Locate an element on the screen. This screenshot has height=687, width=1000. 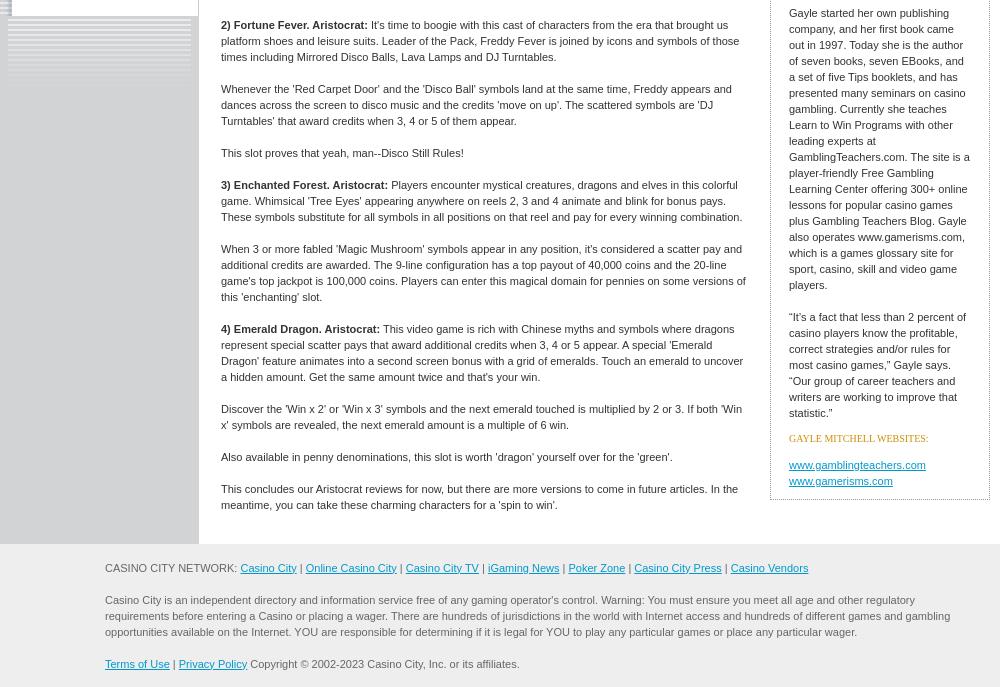
'Gayle Mitchell Websites:' is located at coordinates (857, 438).